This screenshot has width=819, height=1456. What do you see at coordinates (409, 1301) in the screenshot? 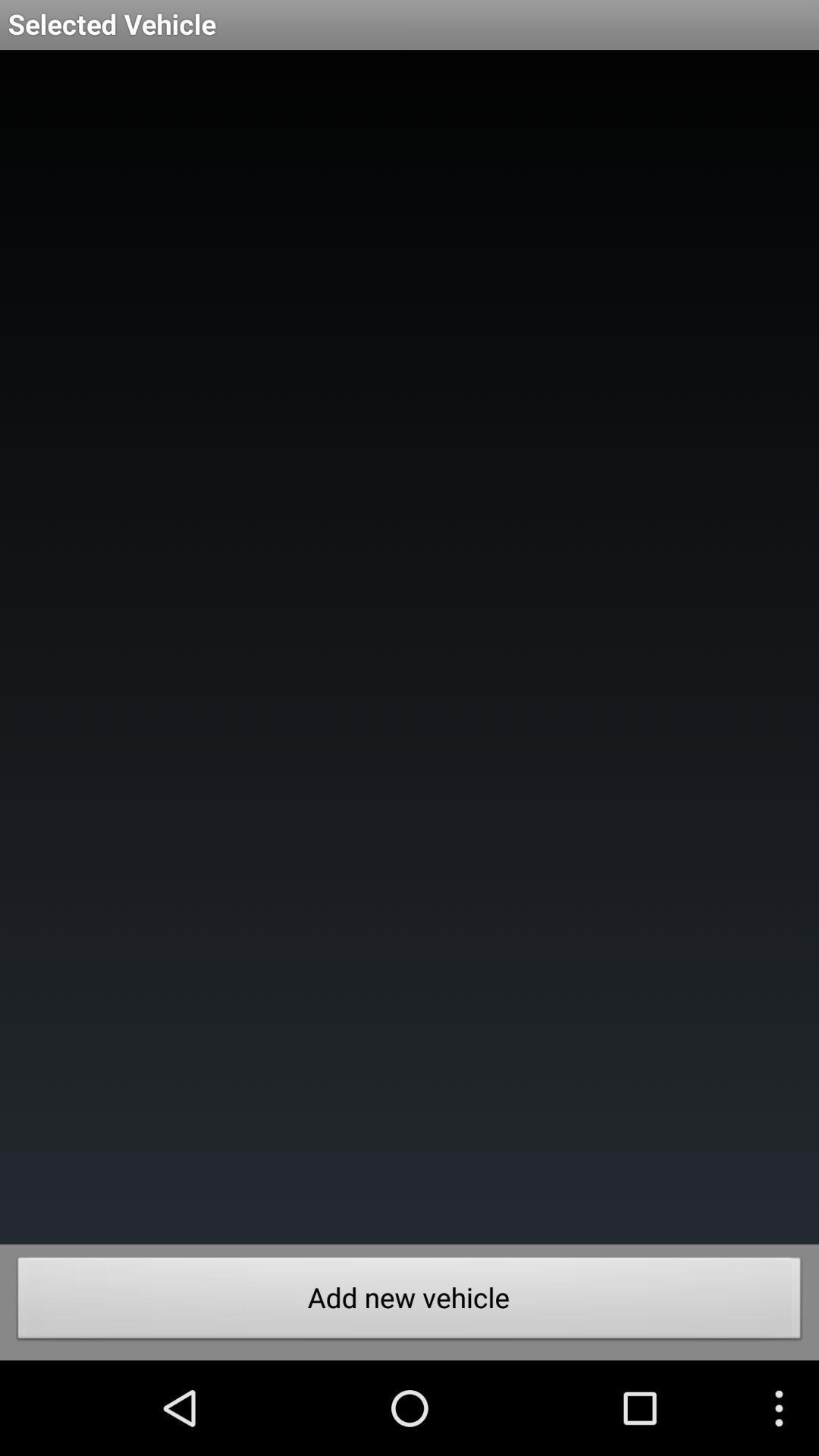
I see `the add new vehicle item` at bounding box center [409, 1301].